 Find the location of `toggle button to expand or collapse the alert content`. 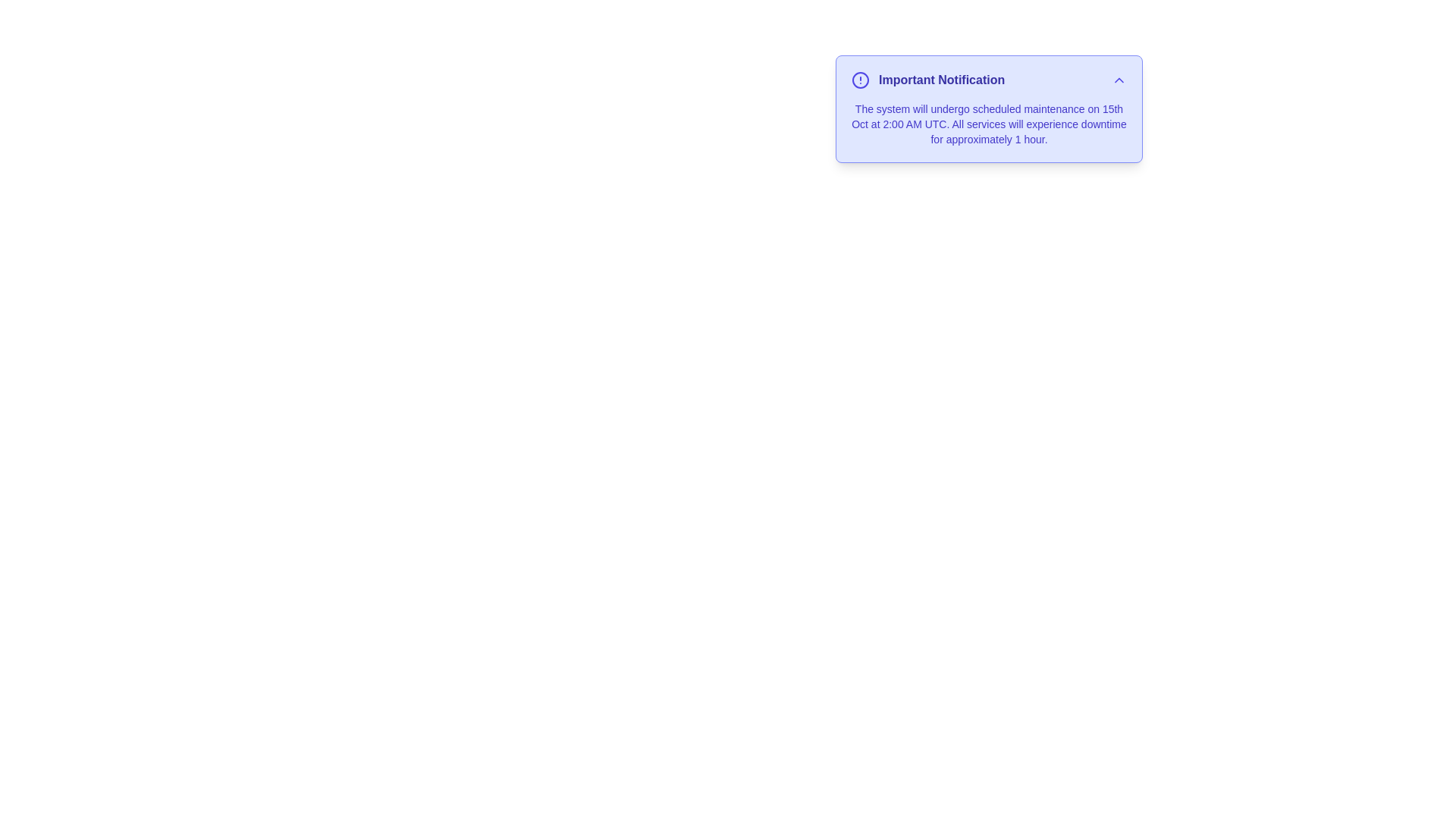

toggle button to expand or collapse the alert content is located at coordinates (1119, 80).